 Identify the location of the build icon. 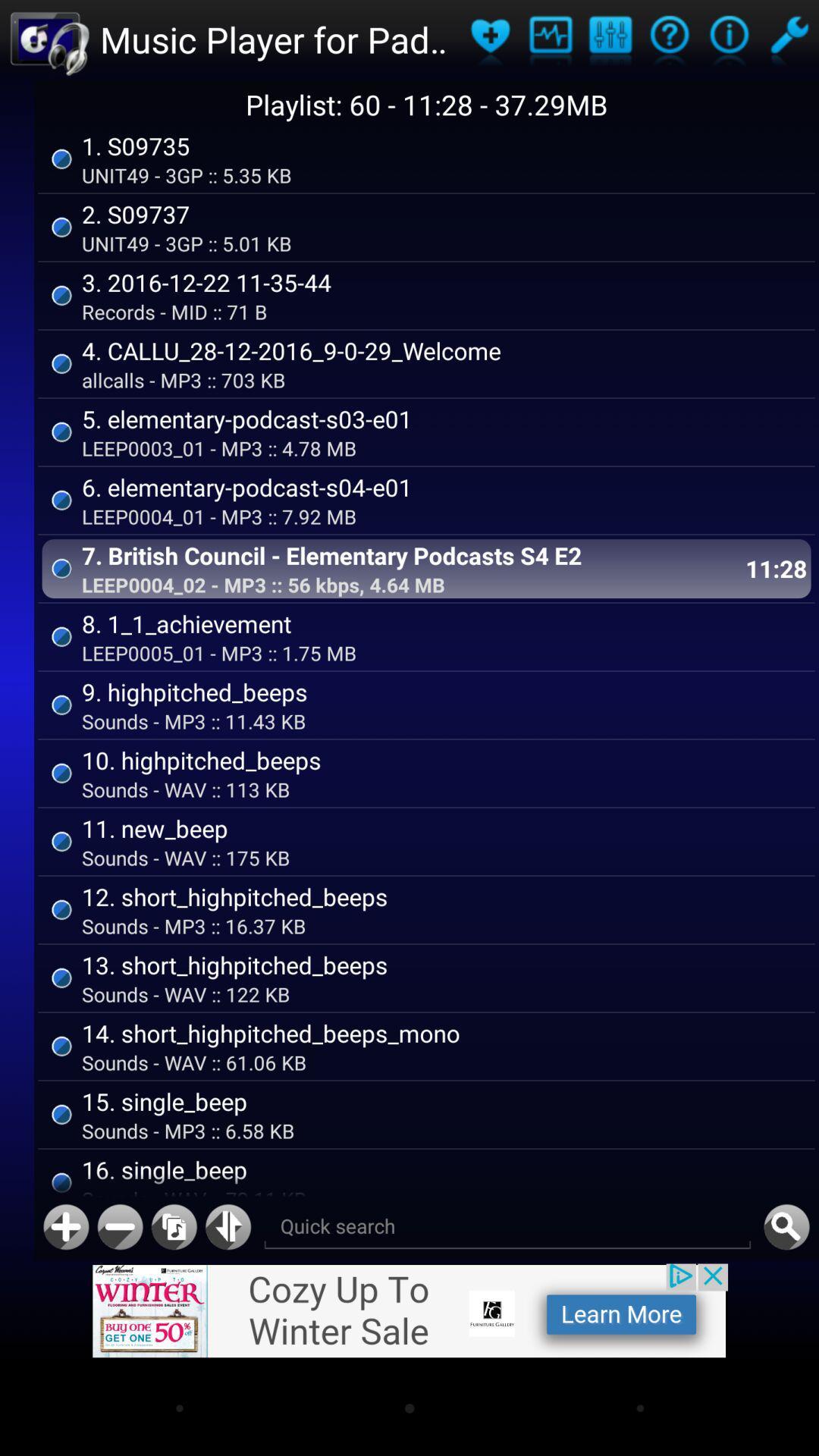
(788, 42).